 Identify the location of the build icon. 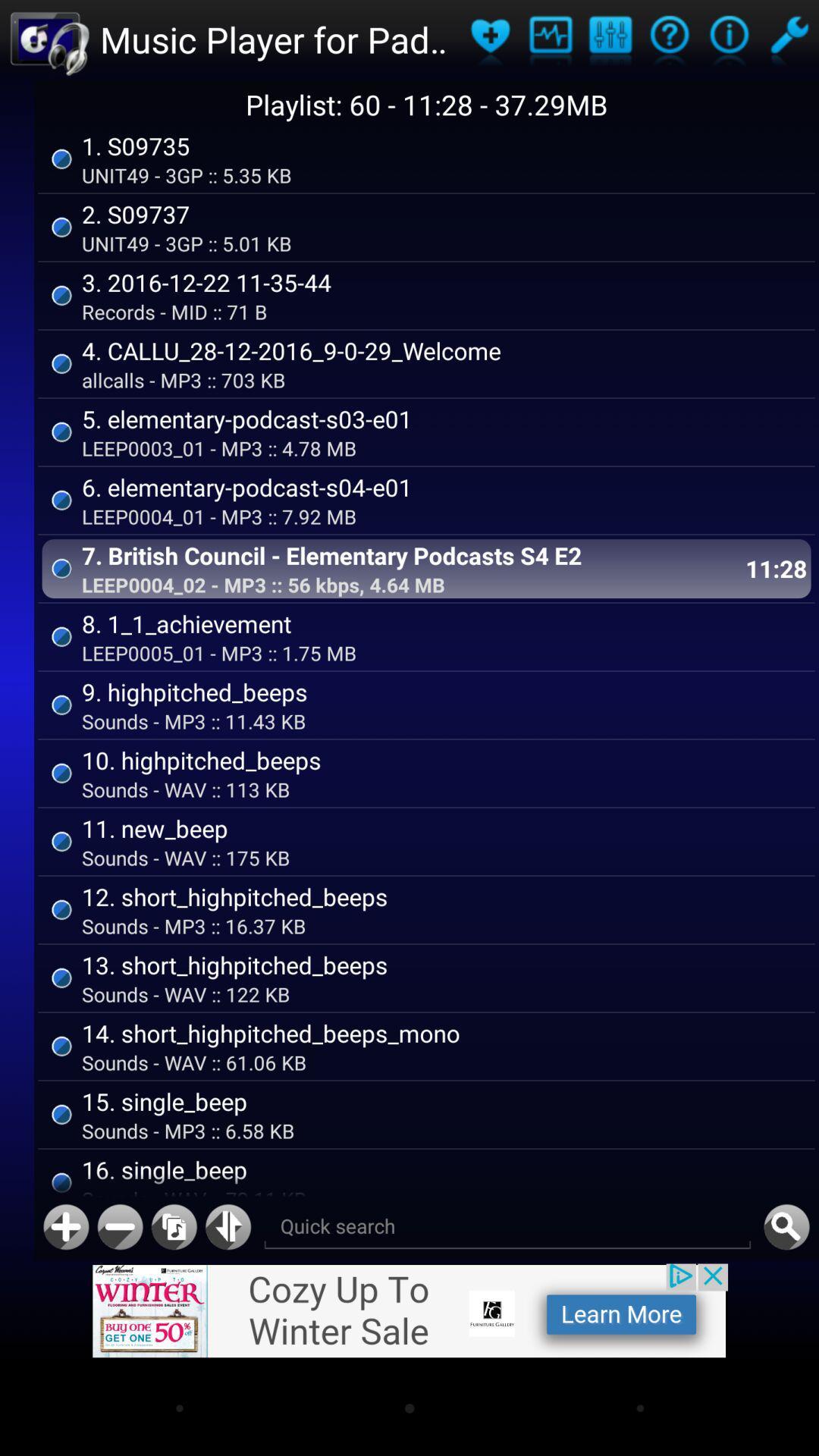
(788, 42).